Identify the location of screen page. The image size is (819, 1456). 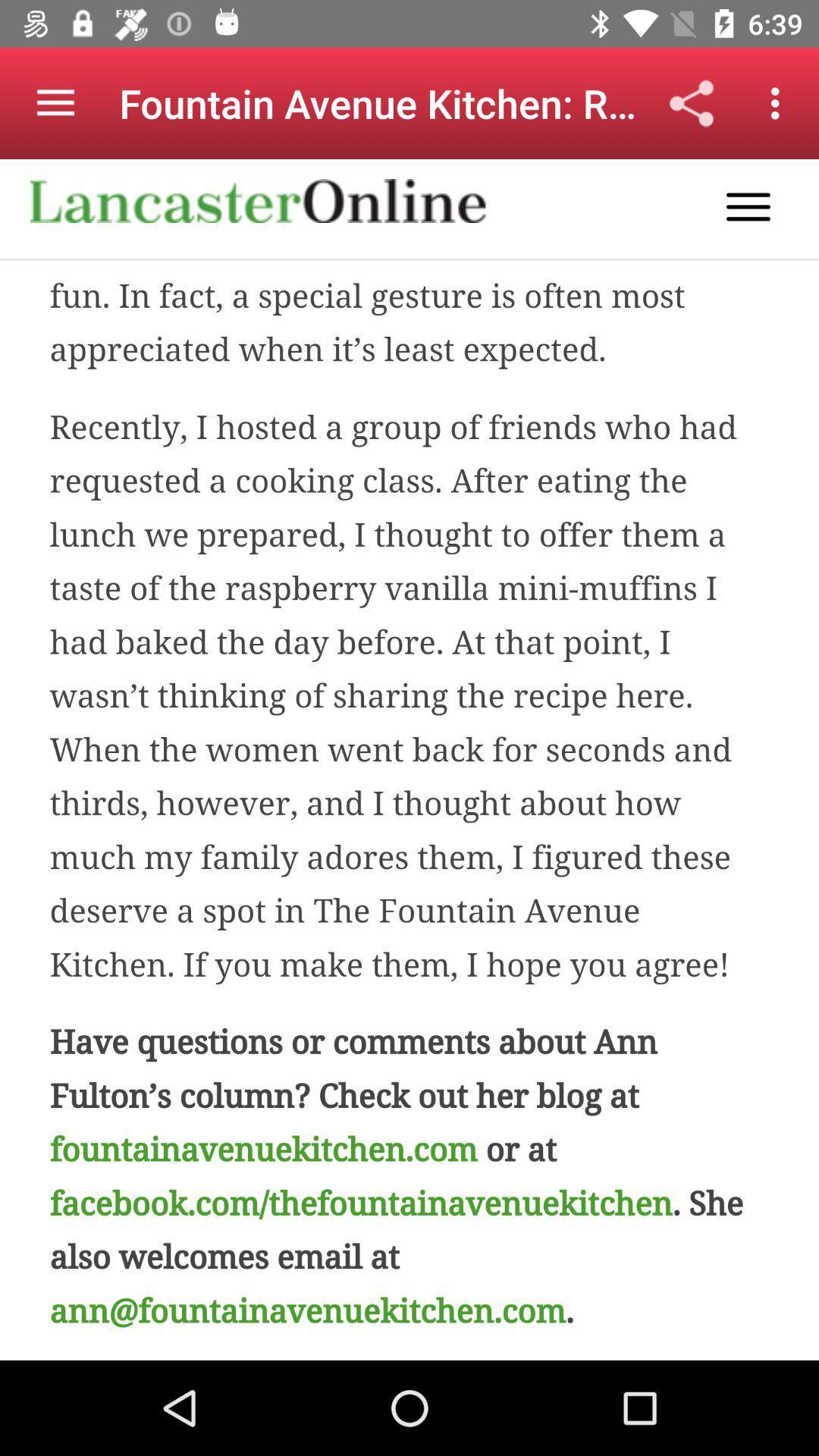
(409, 760).